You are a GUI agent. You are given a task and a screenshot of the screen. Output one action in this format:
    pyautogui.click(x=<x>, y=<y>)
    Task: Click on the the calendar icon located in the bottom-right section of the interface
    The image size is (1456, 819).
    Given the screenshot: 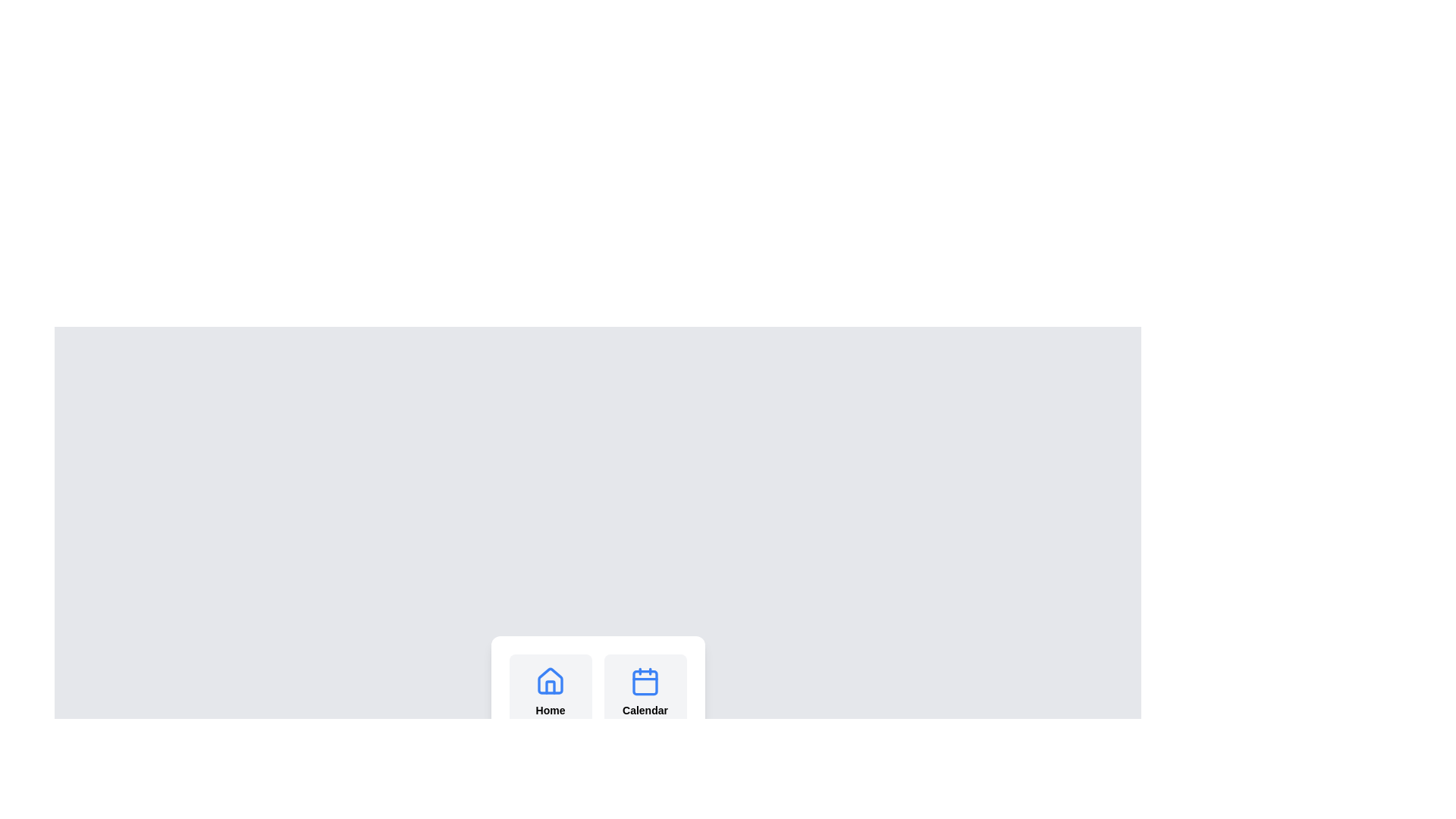 What is the action you would take?
    pyautogui.click(x=645, y=680)
    